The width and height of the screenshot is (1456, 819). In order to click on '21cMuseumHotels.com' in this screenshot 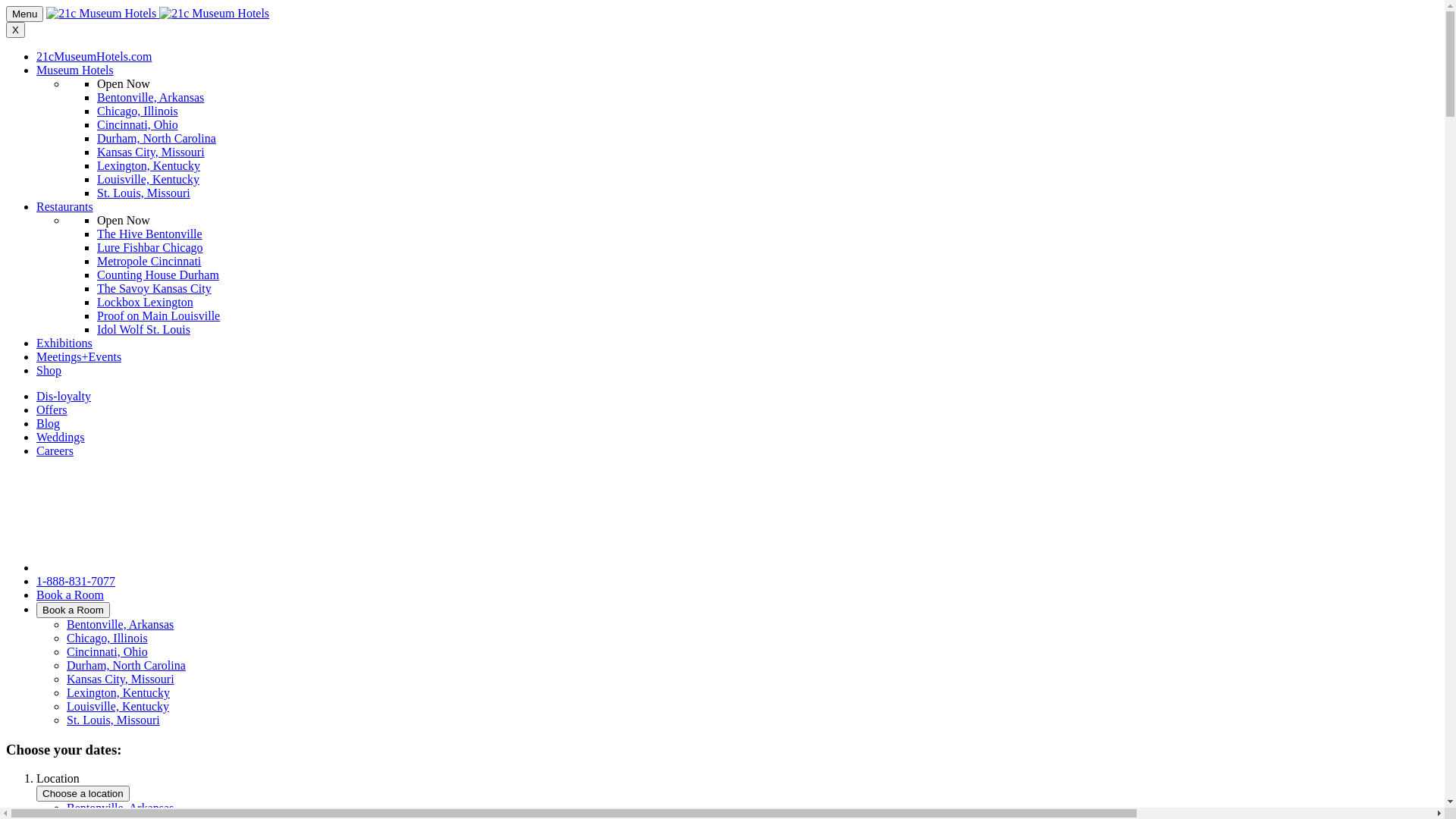, I will do `click(93, 55)`.